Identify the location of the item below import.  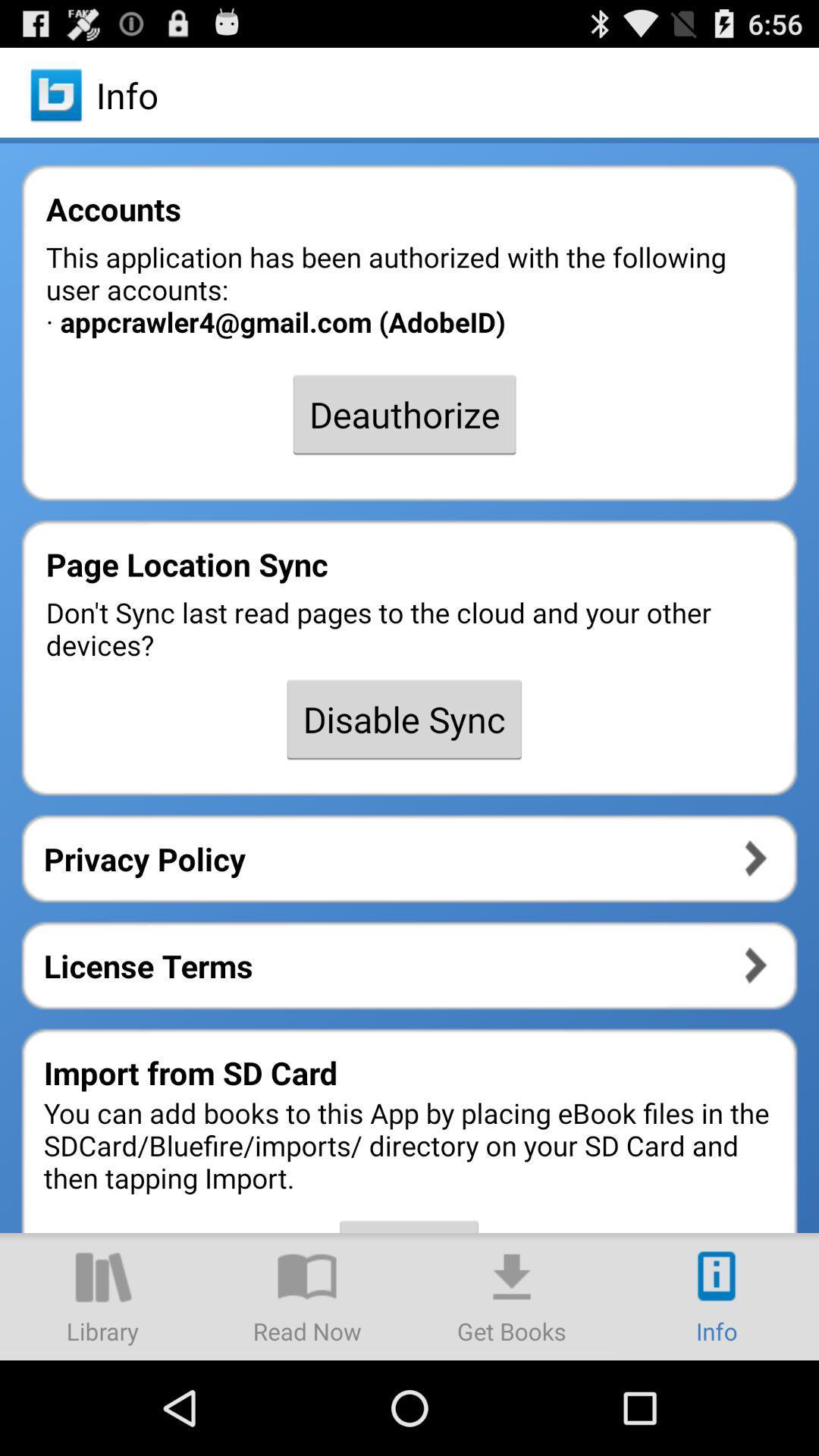
(512, 1295).